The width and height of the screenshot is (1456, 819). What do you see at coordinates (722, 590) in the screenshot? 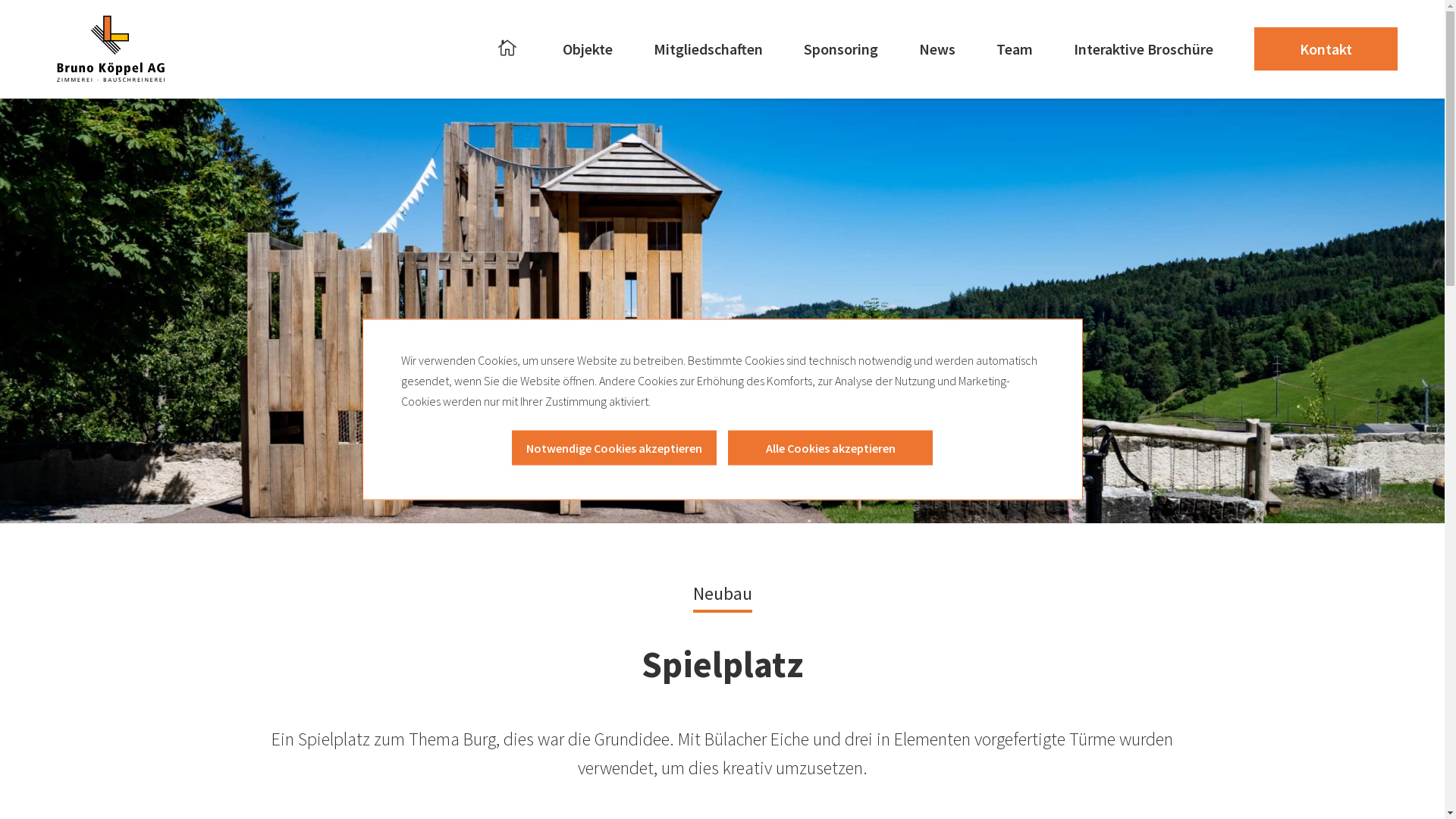
I see `'Neubau'` at bounding box center [722, 590].